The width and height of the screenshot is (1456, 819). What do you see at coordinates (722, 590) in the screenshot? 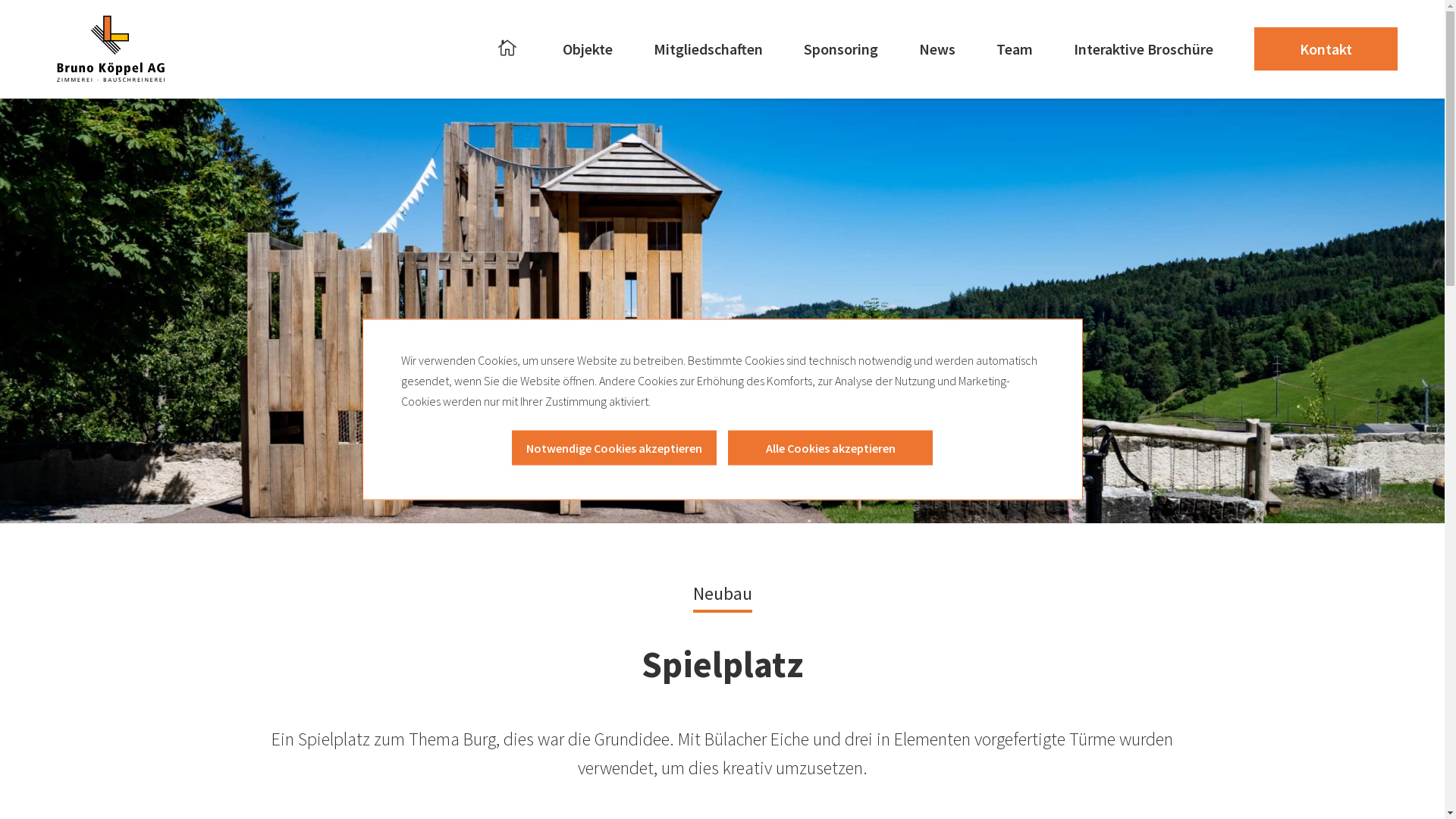
I see `'Neubau'` at bounding box center [722, 590].